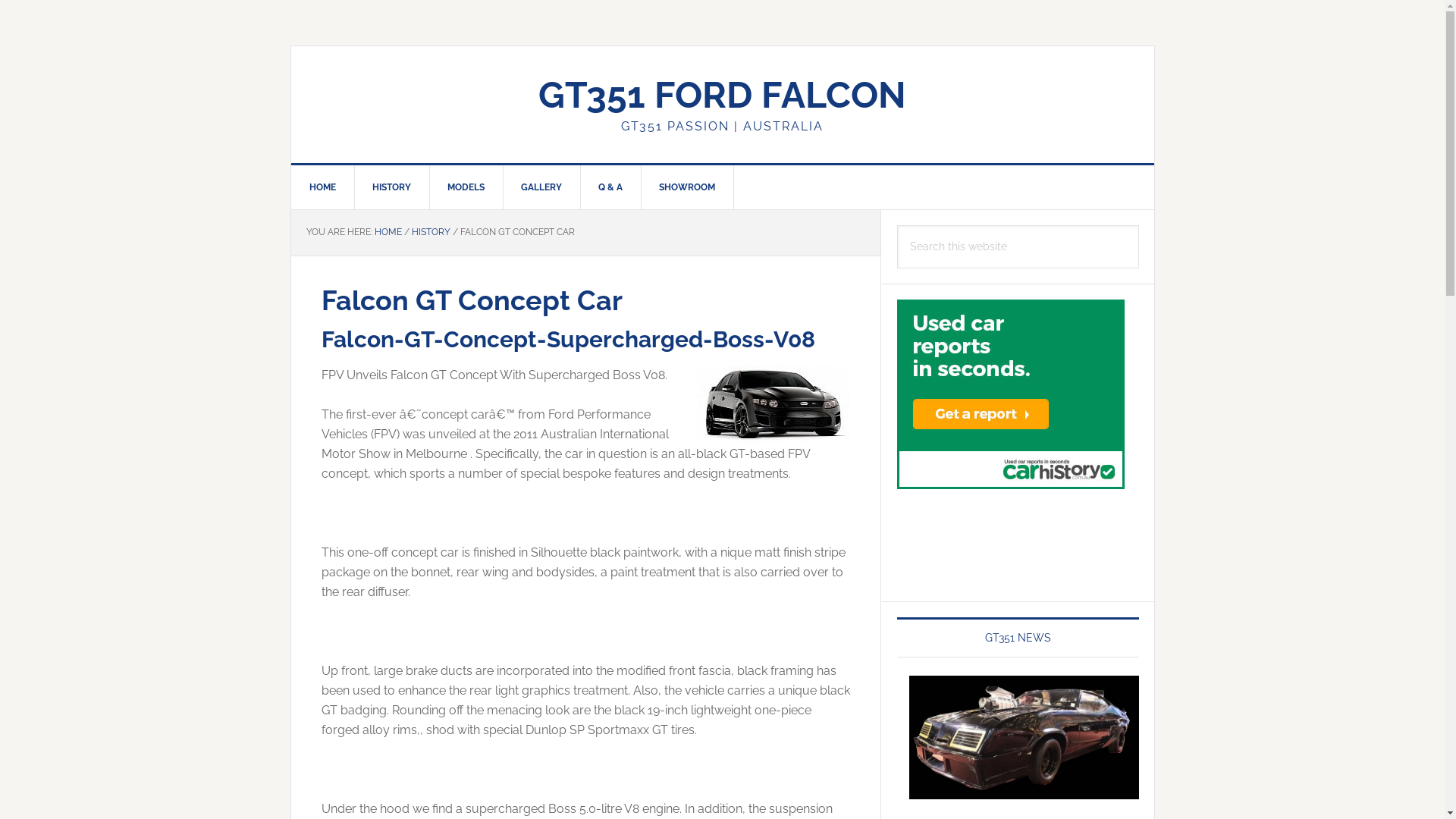  What do you see at coordinates (538, 94) in the screenshot?
I see `'GT351 FORD FALCON'` at bounding box center [538, 94].